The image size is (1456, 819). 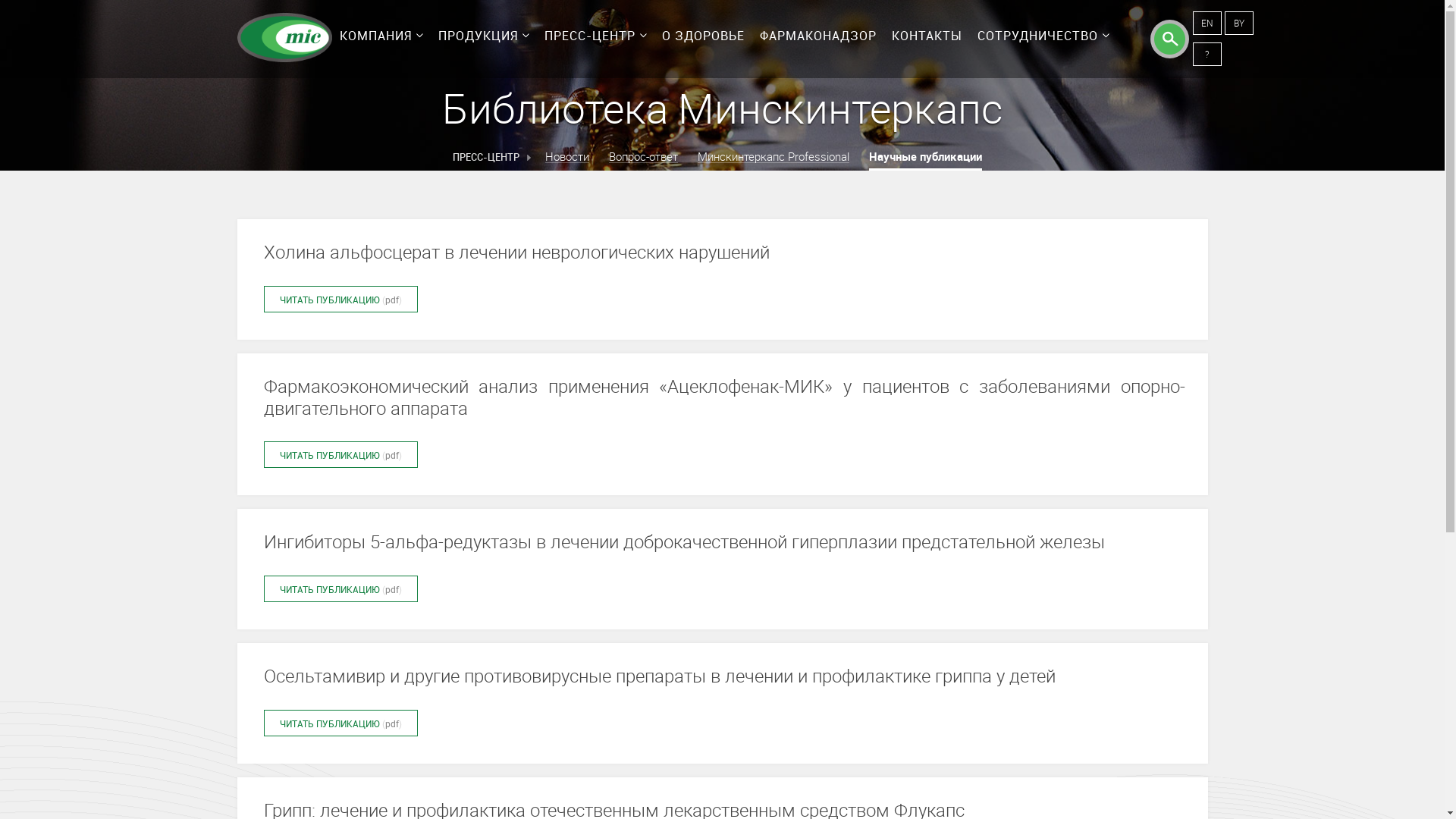 What do you see at coordinates (1205, 23) in the screenshot?
I see `'EN'` at bounding box center [1205, 23].